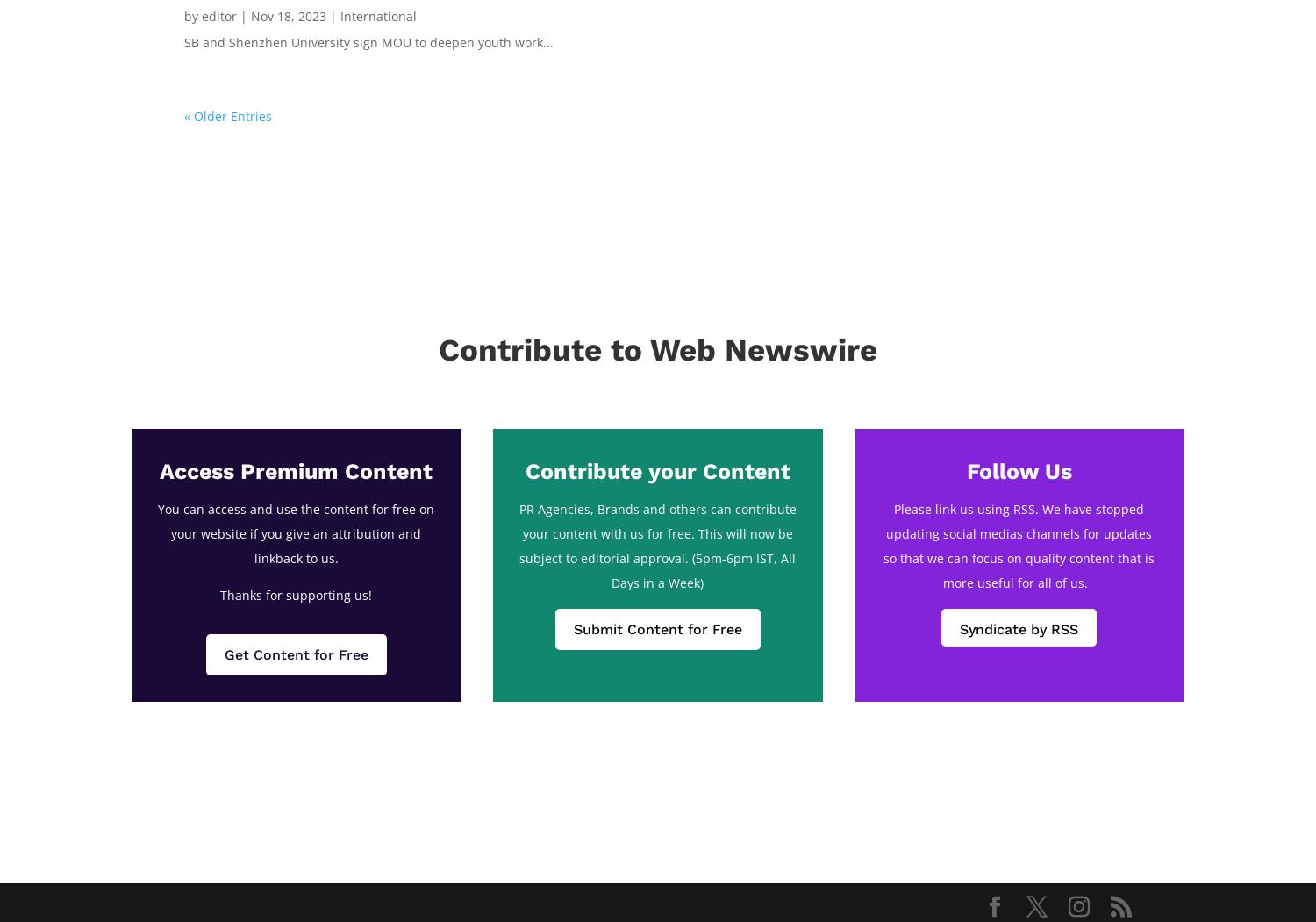  I want to click on 'Thanks for supporting us!', so click(295, 594).